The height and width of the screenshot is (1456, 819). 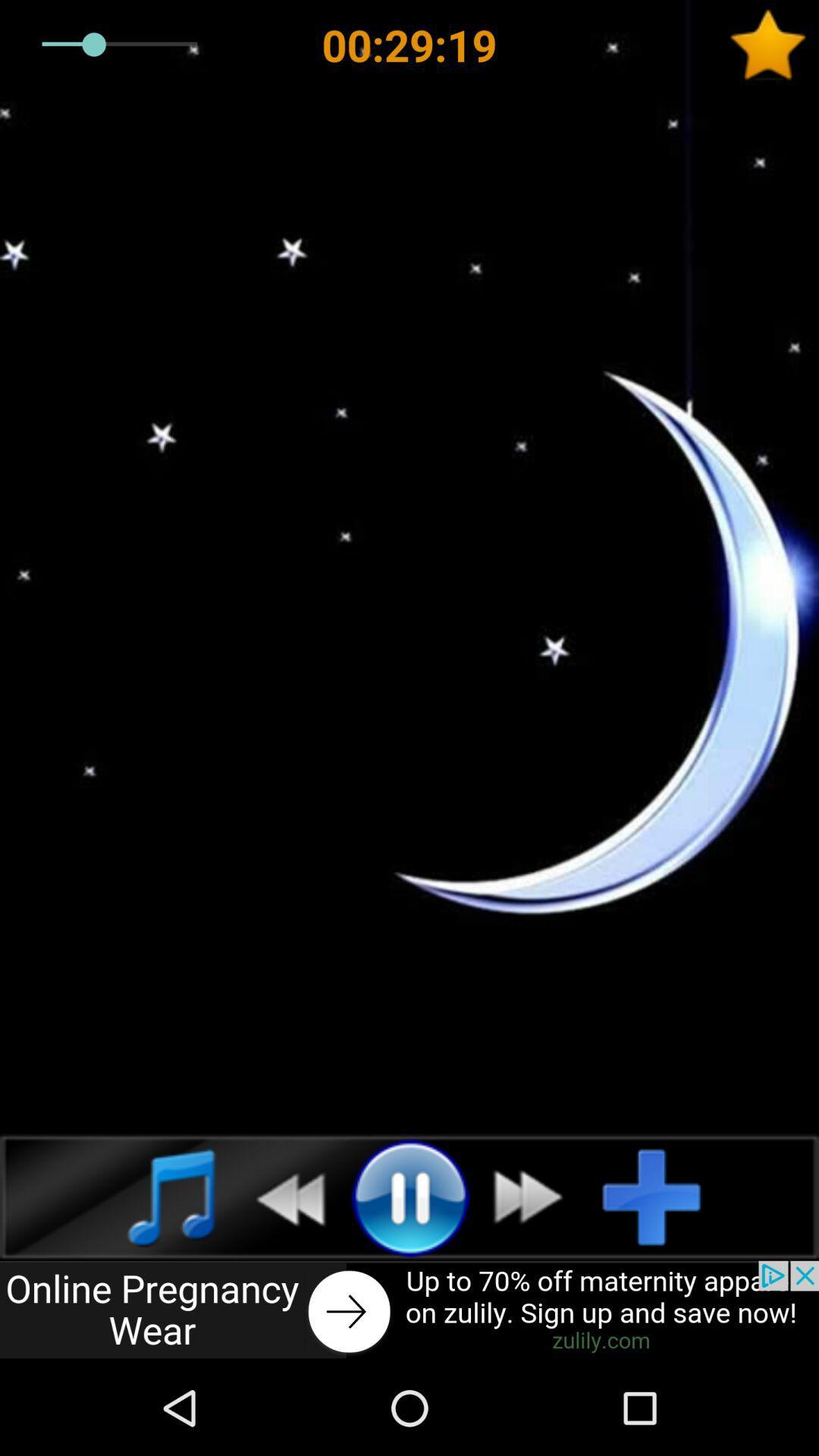 What do you see at coordinates (281, 1196) in the screenshot?
I see `previous song` at bounding box center [281, 1196].